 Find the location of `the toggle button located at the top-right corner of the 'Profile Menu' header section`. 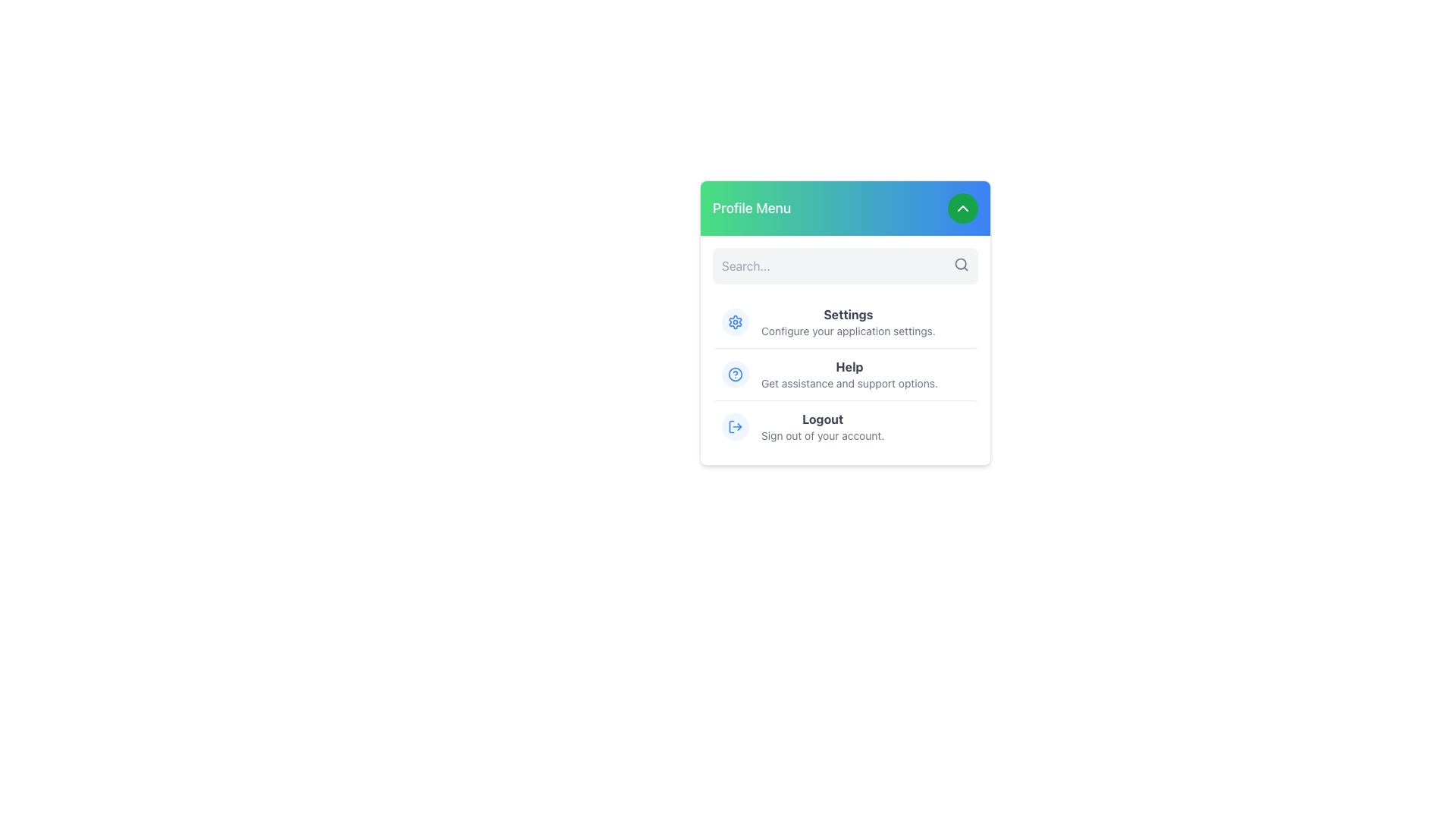

the toggle button located at the top-right corner of the 'Profile Menu' header section is located at coordinates (962, 208).